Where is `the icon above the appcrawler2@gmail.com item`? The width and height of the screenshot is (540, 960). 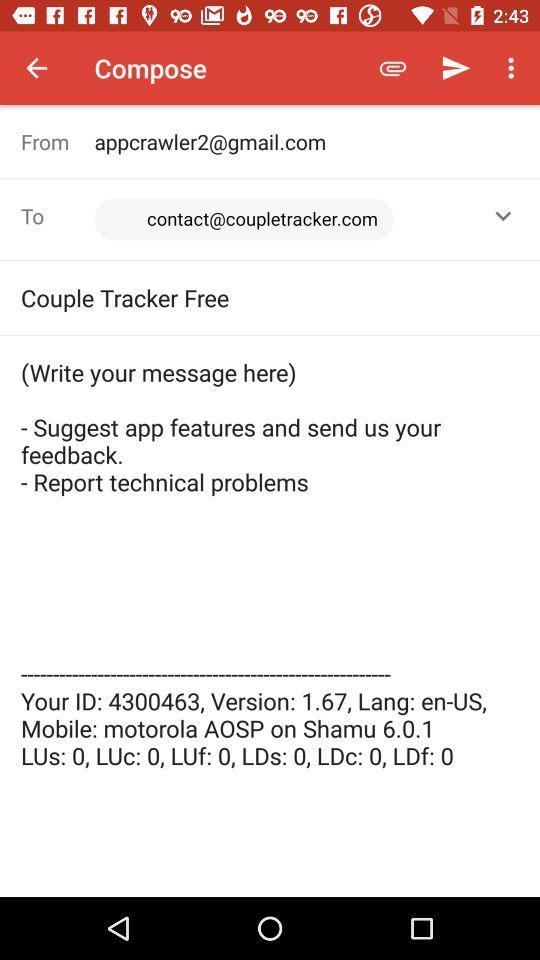 the icon above the appcrawler2@gmail.com item is located at coordinates (513, 68).